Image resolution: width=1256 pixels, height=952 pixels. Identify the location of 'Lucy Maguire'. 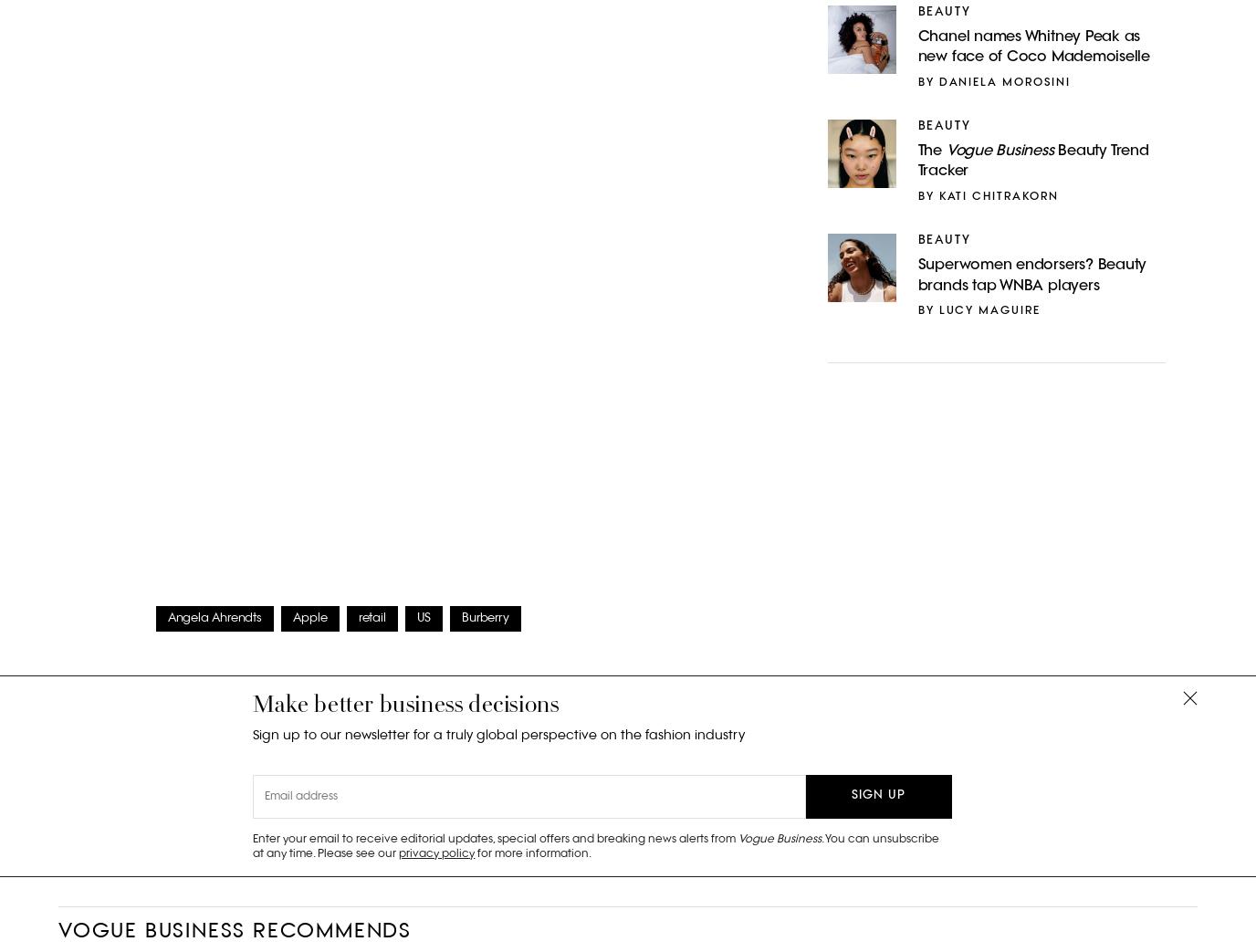
(989, 309).